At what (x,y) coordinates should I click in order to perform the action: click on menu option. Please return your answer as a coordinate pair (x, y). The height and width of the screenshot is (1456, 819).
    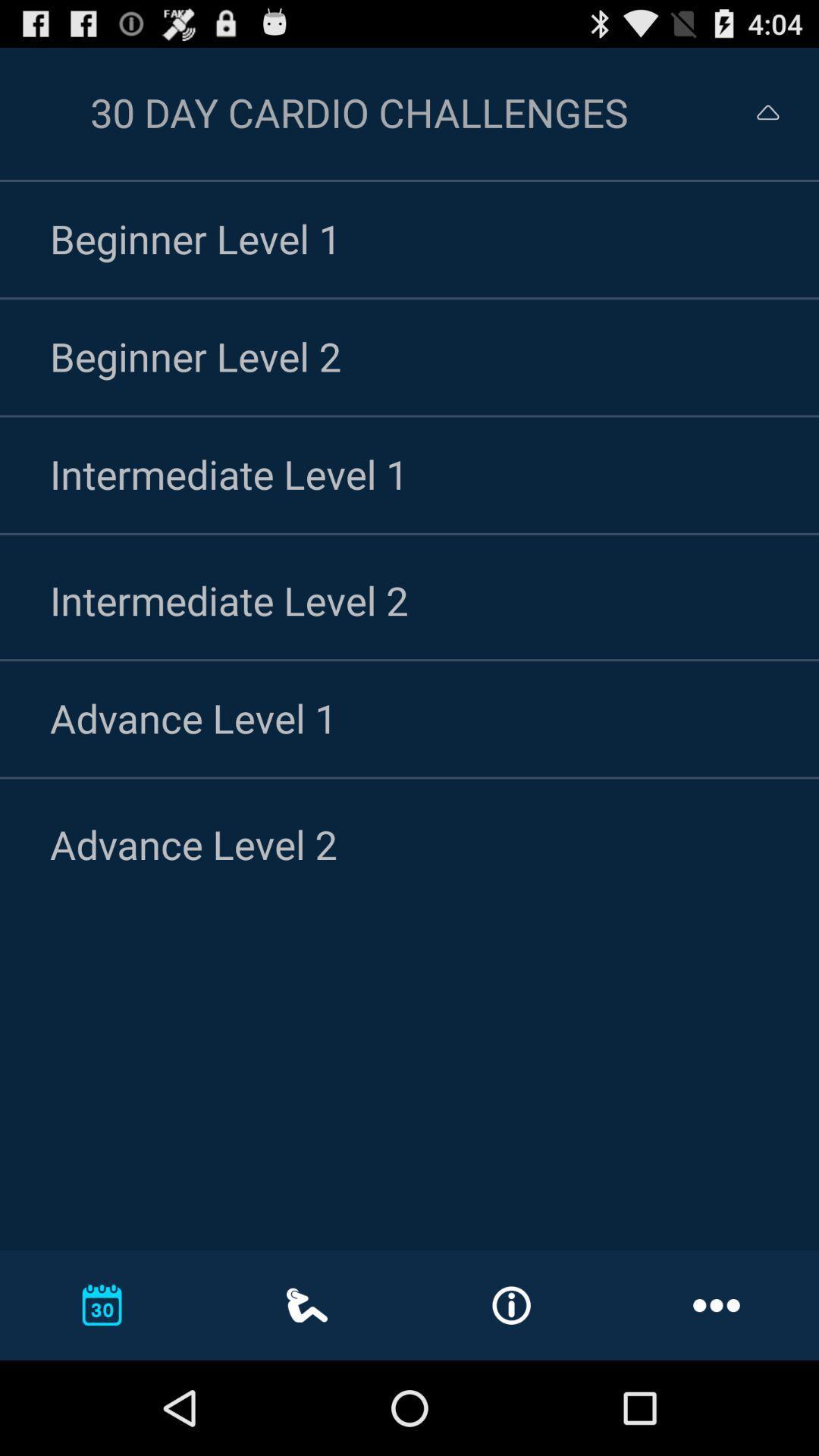
    Looking at the image, I should click on (754, 111).